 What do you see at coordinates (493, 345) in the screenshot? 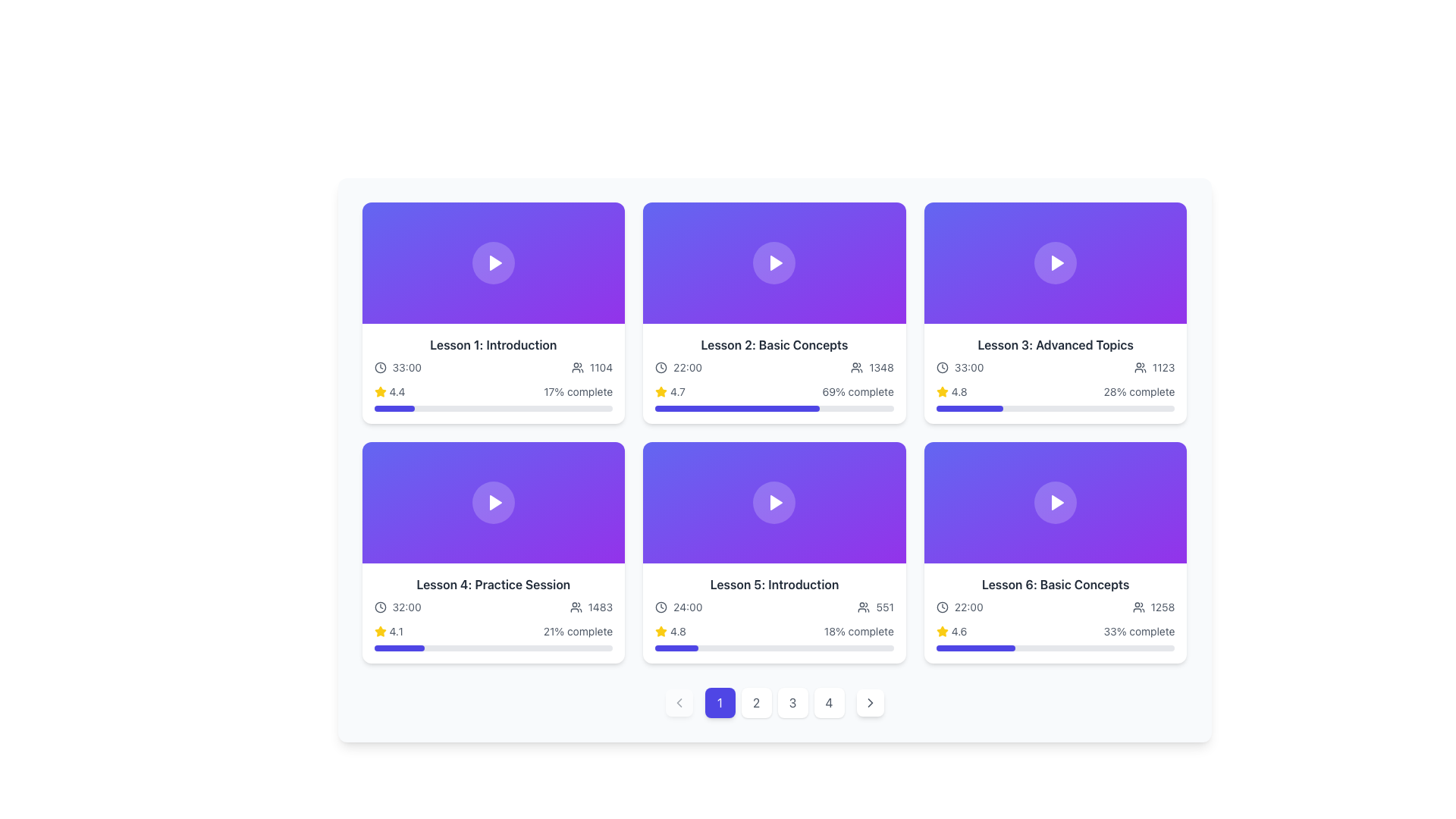
I see `the text header that identifies 'Lesson 1', which is the first text element in the grid layout, located directly under the lesson preview thumbnail` at bounding box center [493, 345].